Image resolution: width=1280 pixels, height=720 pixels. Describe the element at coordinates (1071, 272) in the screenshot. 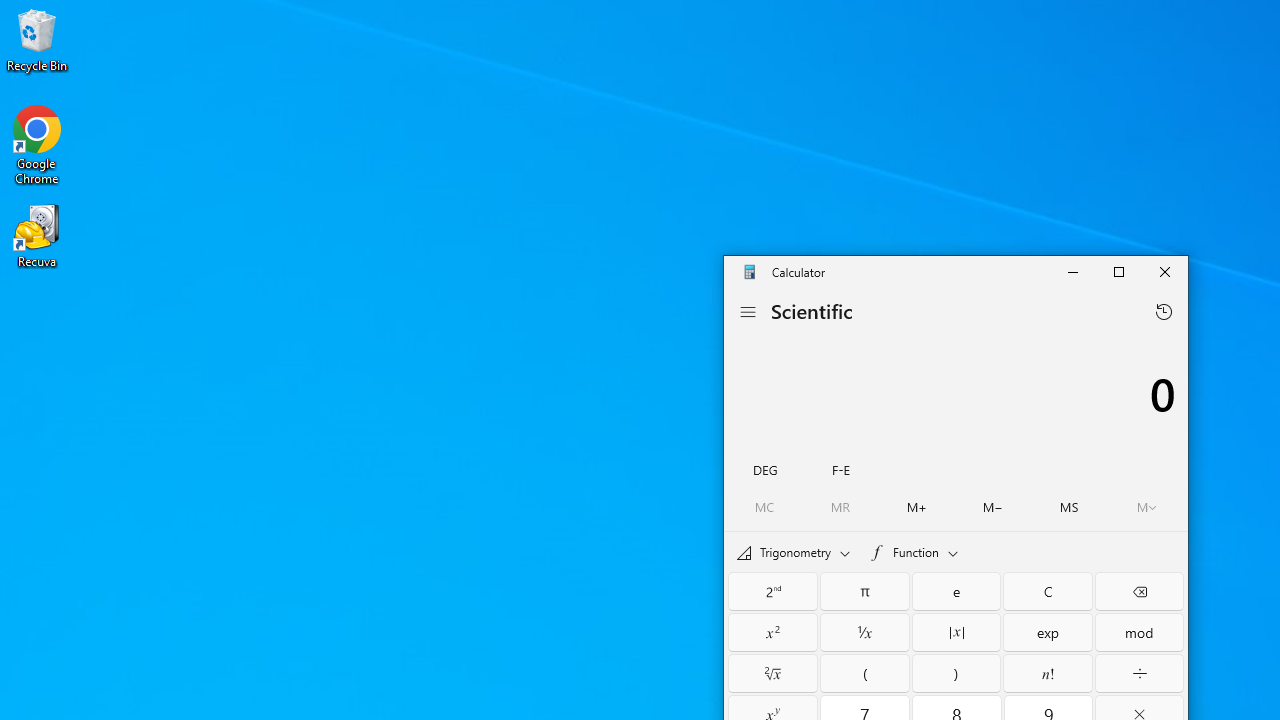

I see `'Minimize Calculator'` at that location.